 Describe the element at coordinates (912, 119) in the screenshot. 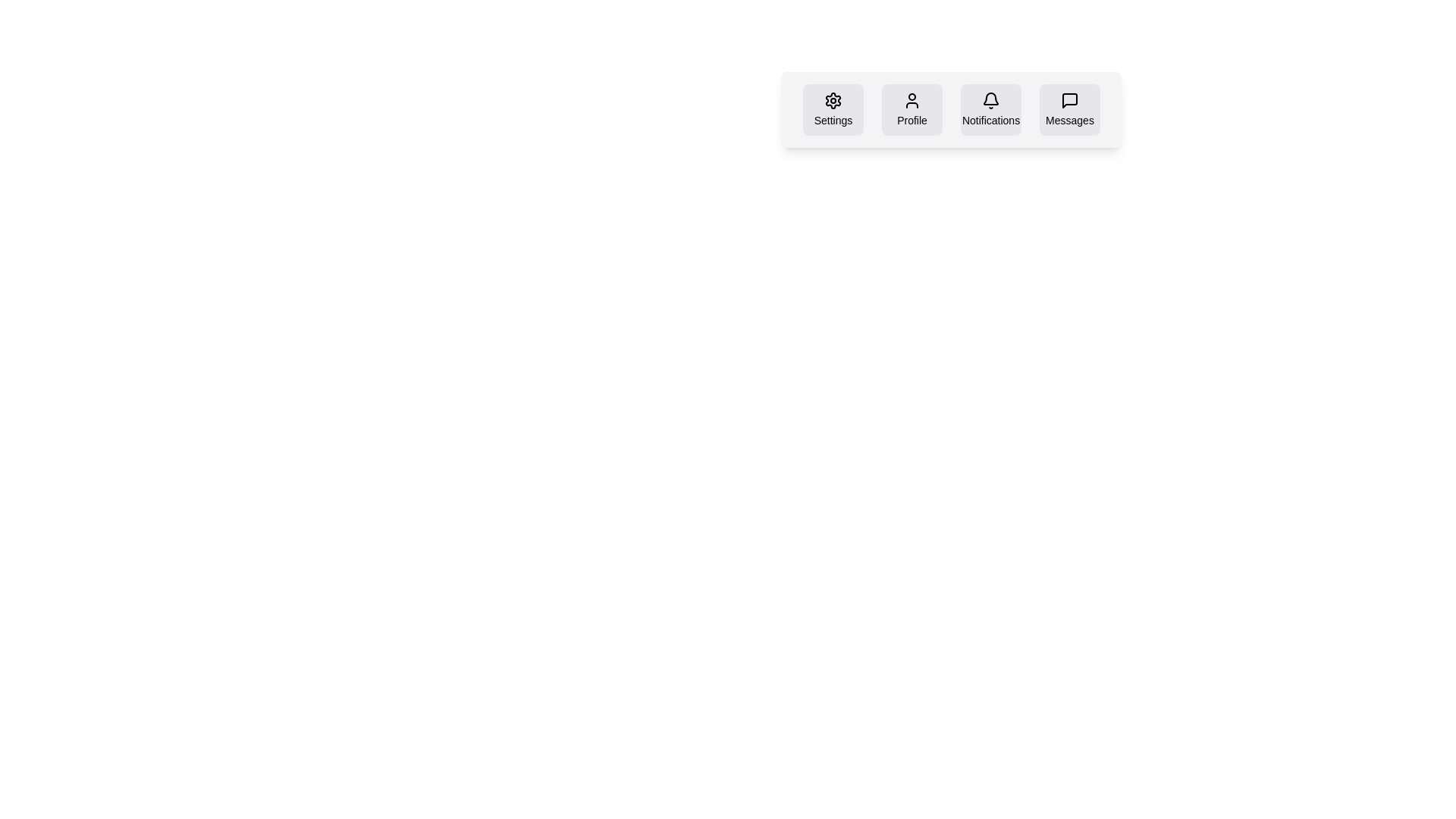

I see `the 'Profile' text label, which is a small font-sized label located below a user icon in a modern, muted gray design` at that location.